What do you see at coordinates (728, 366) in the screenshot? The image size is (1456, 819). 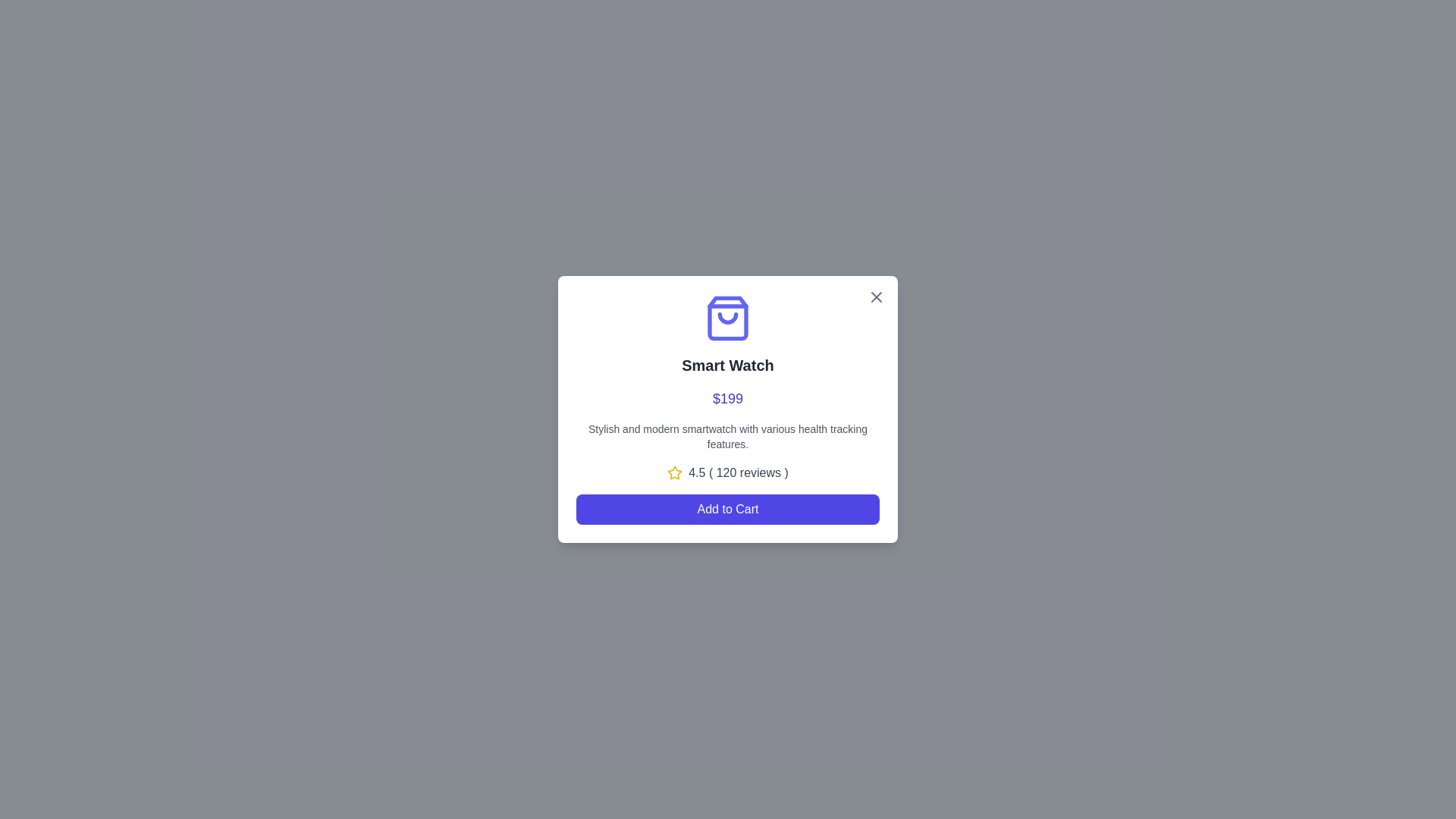 I see `text displayed in the Text Label identifying the product as 'Smart Watch', which is located near the top of the modal, centered below the shopping bag icon` at bounding box center [728, 366].